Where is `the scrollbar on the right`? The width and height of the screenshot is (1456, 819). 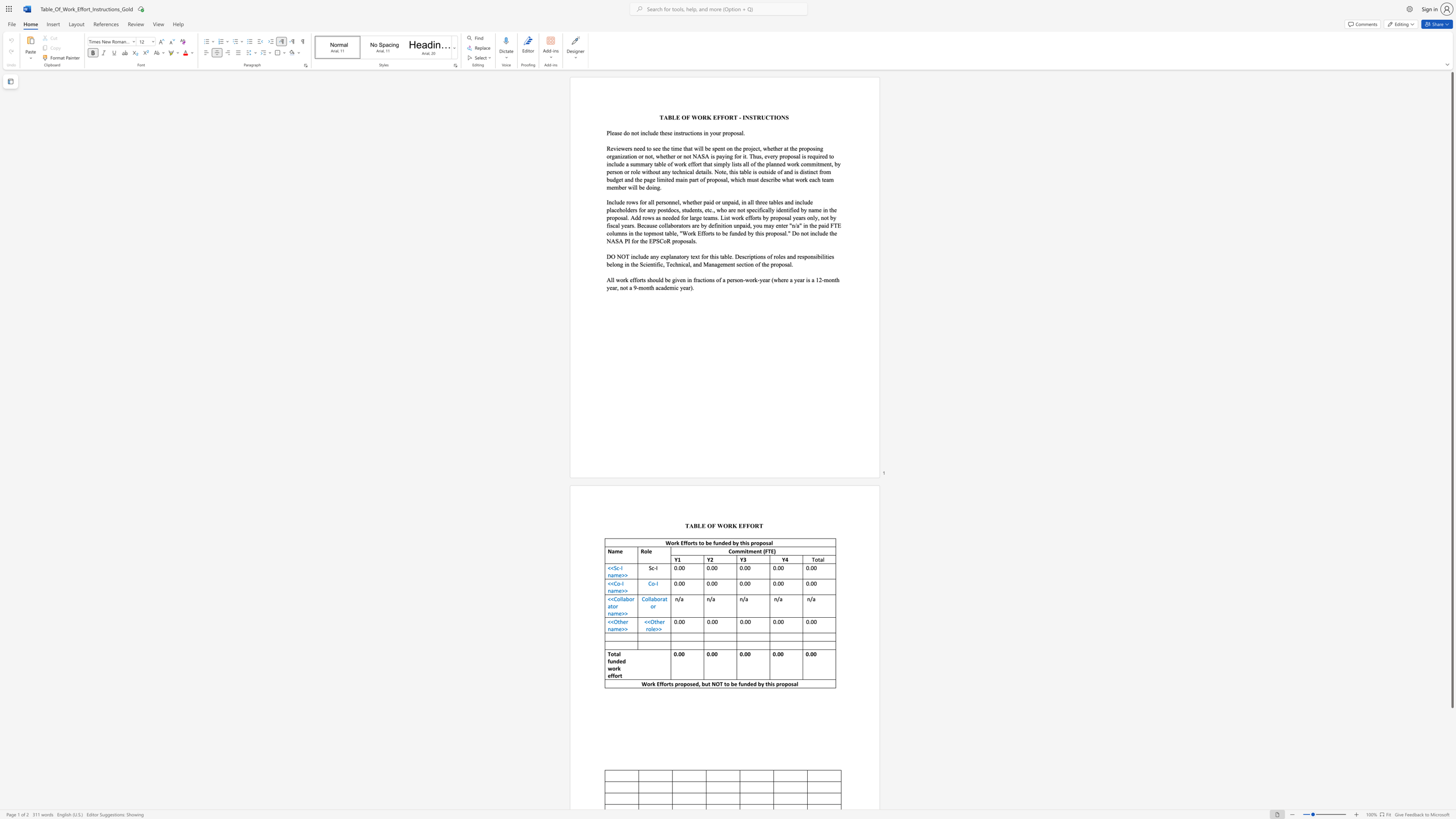
the scrollbar on the right is located at coordinates (1451, 735).